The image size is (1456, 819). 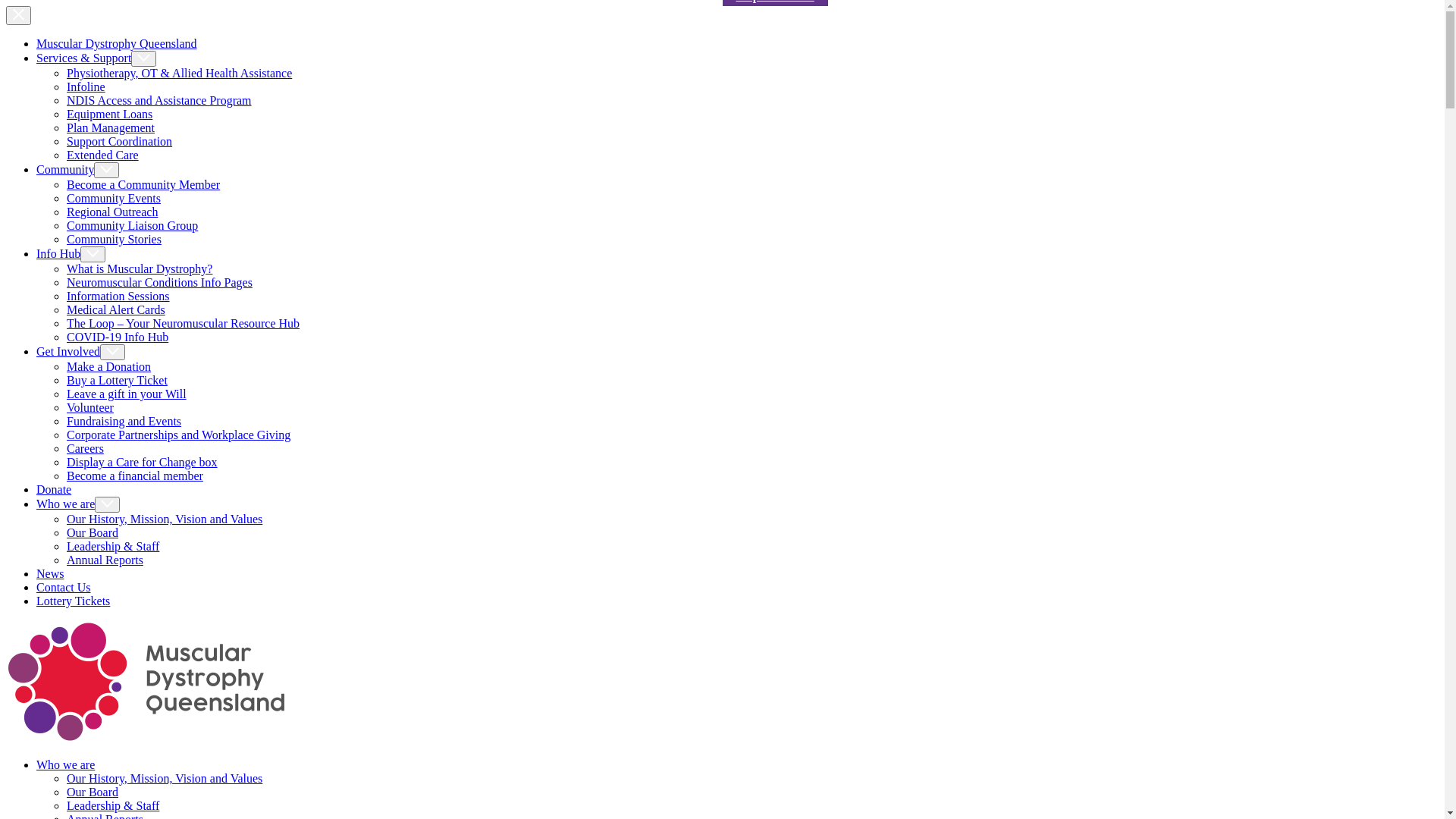 What do you see at coordinates (89, 406) in the screenshot?
I see `'Volunteer'` at bounding box center [89, 406].